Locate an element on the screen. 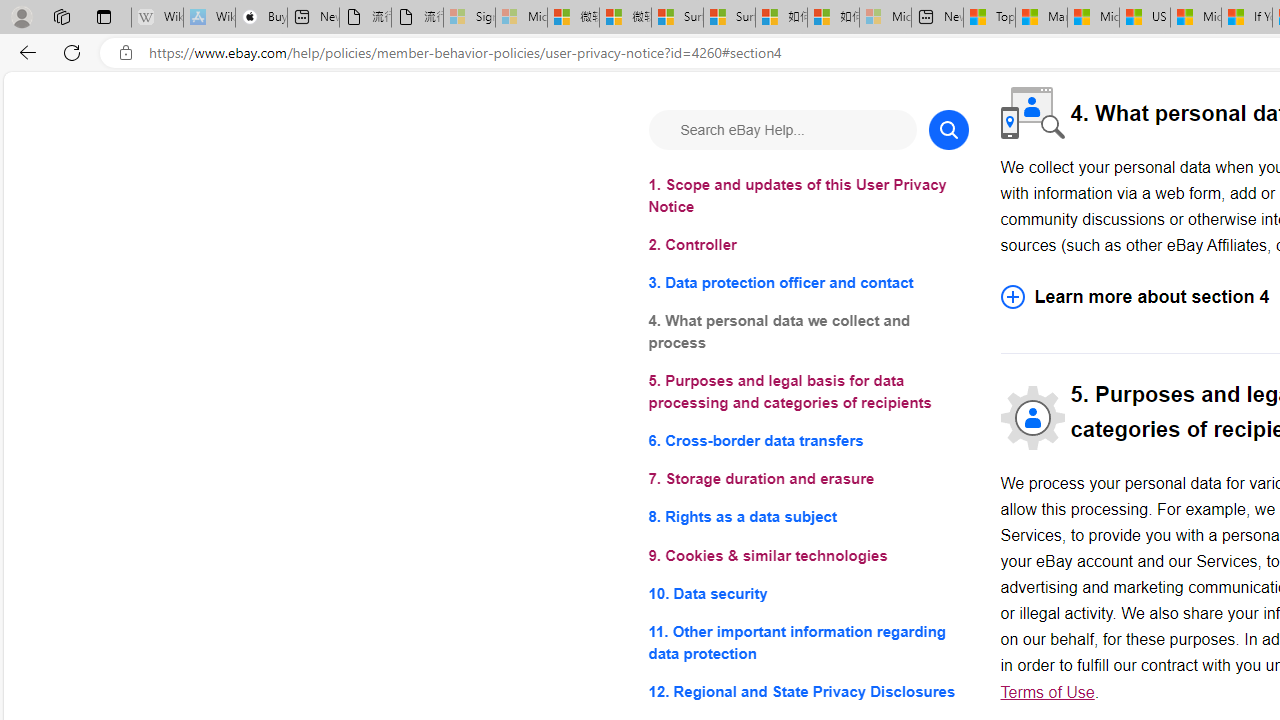  '9. Cookies & similar technologies' is located at coordinates (808, 555).